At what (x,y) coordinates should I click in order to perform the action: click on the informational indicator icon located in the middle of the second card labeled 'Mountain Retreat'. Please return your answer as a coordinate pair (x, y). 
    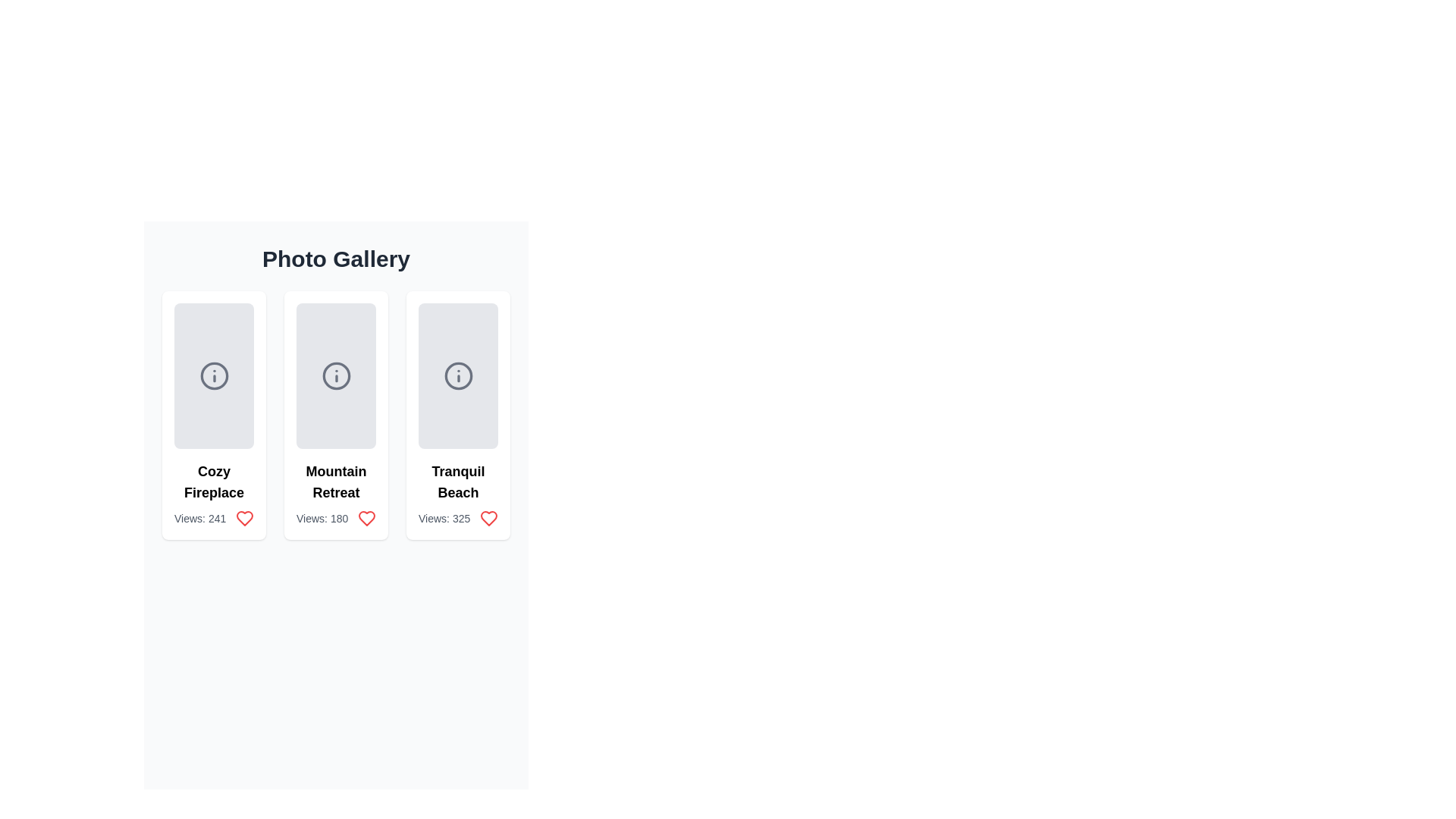
    Looking at the image, I should click on (335, 375).